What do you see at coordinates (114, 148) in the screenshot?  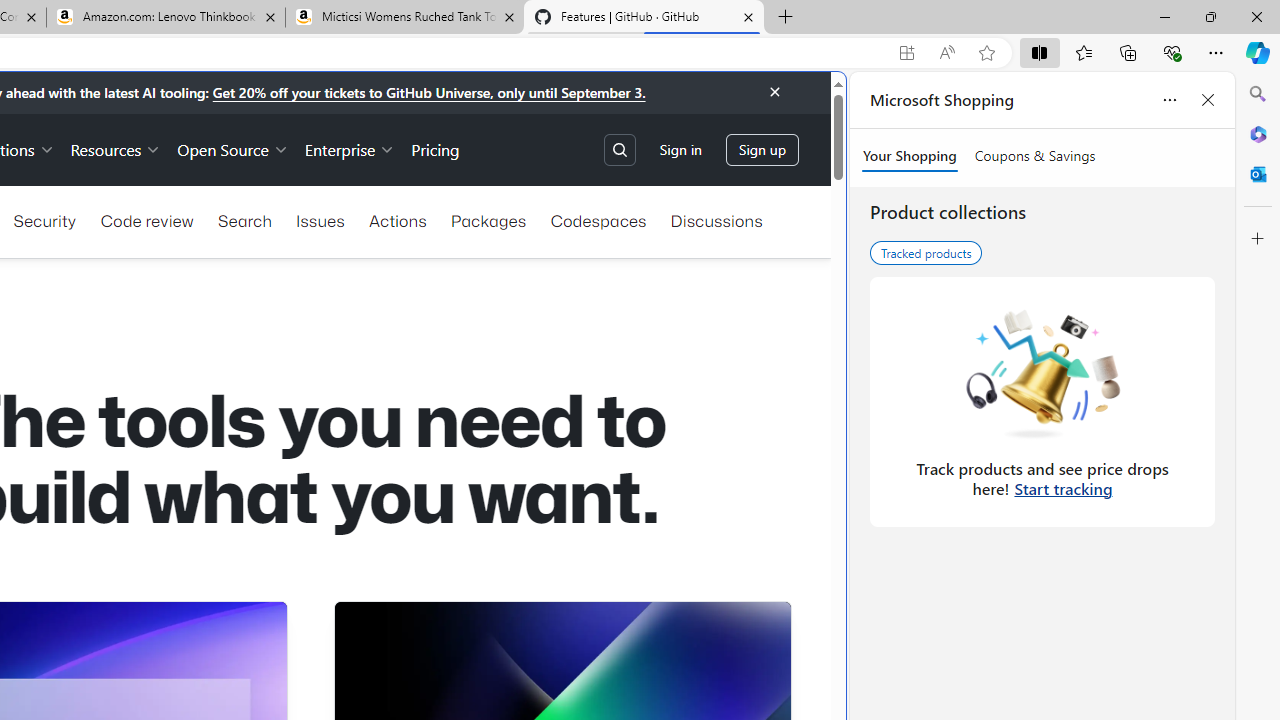 I see `'Resources'` at bounding box center [114, 148].